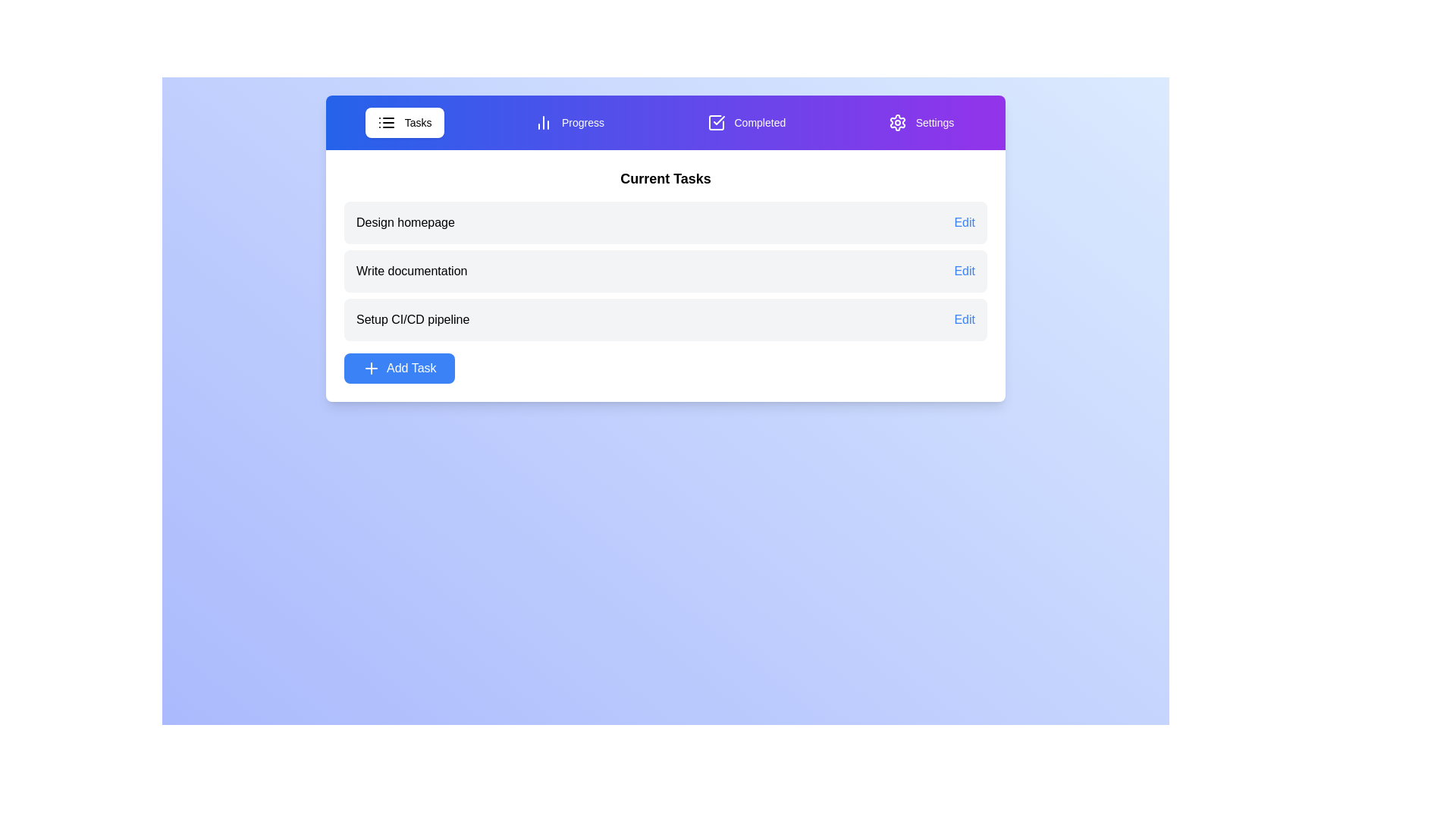 This screenshot has width=1456, height=819. What do you see at coordinates (543, 122) in the screenshot?
I see `the 'Progress' icon, which is represented by three vertical bars of varying heights within a blue to purple gradient button, located between the 'Tasks' and 'Completed' buttons in the navigation bar` at bounding box center [543, 122].